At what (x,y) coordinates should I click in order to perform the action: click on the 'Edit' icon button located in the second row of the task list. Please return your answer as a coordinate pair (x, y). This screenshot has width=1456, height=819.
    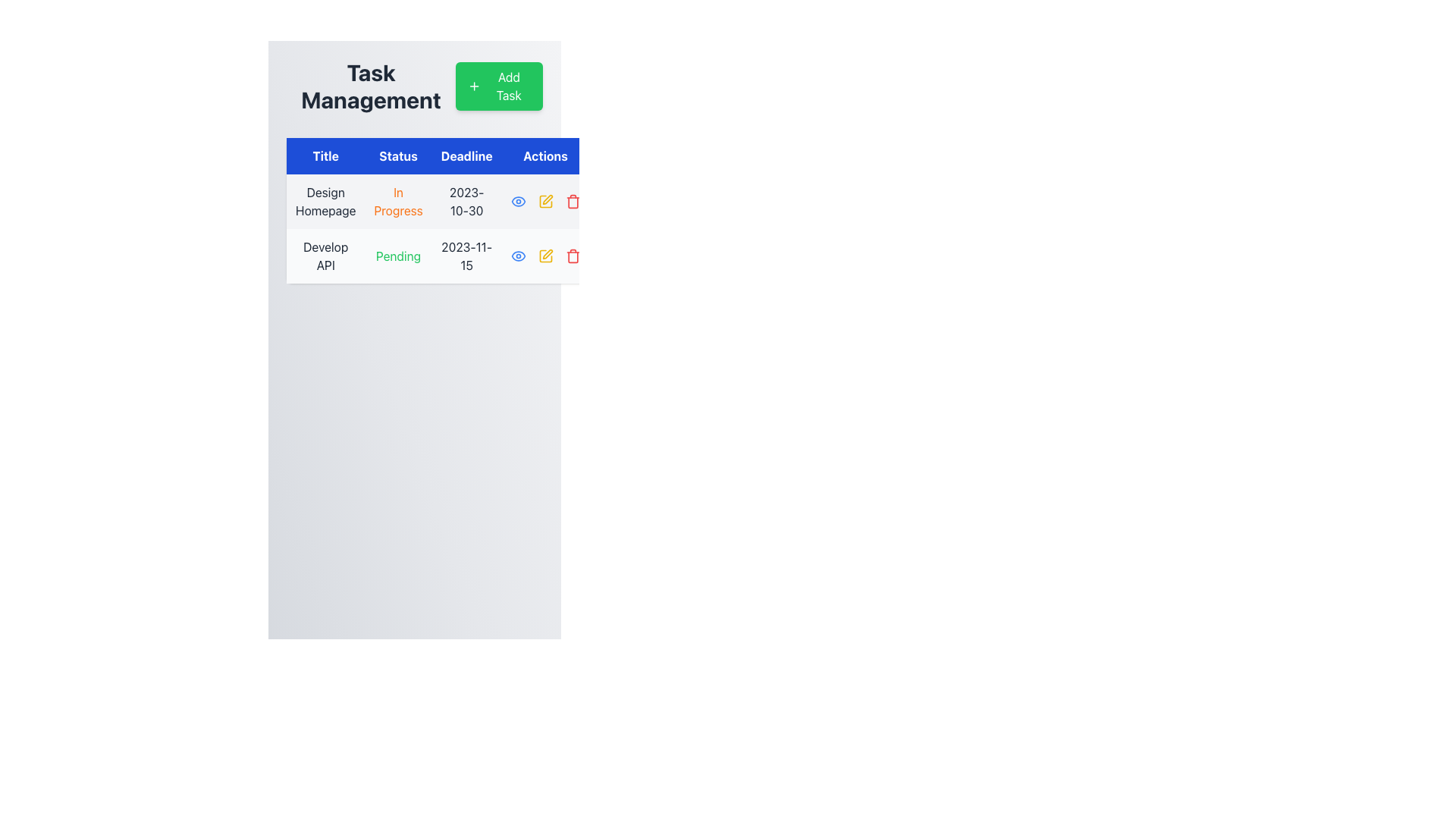
    Looking at the image, I should click on (547, 199).